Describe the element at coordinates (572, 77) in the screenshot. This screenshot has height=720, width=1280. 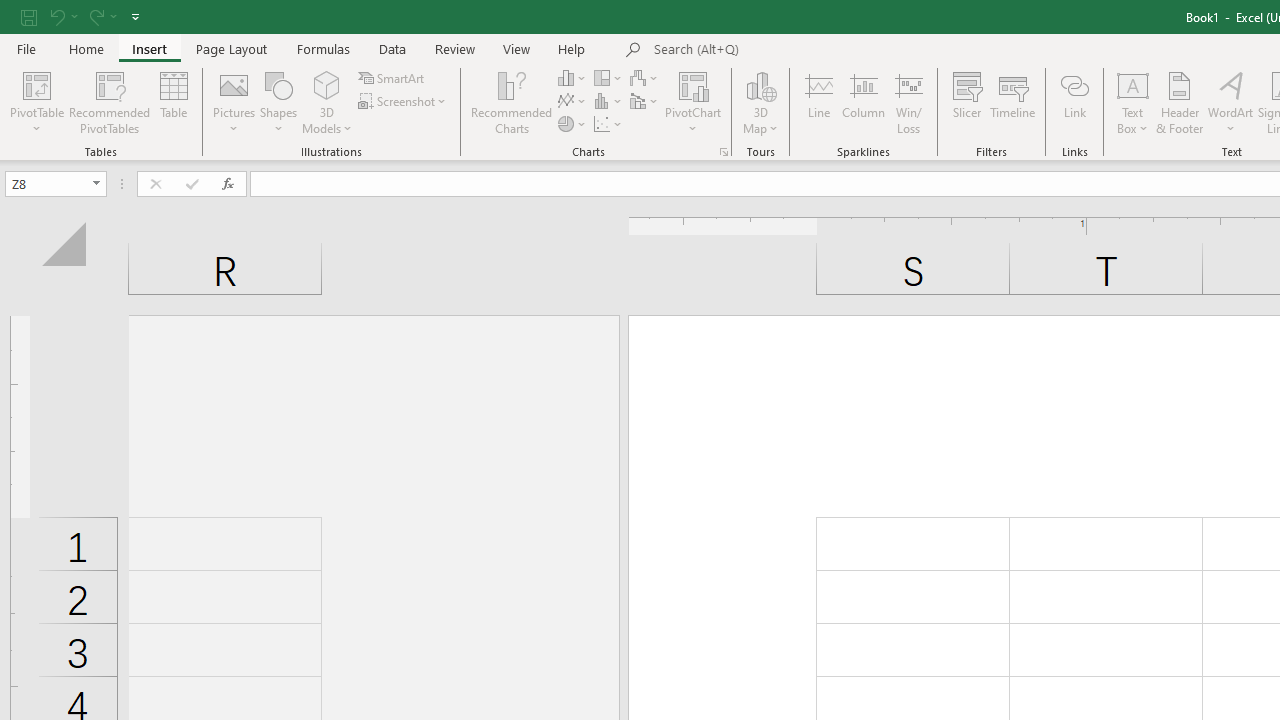
I see `'Insert Column or Bar Chart'` at that location.